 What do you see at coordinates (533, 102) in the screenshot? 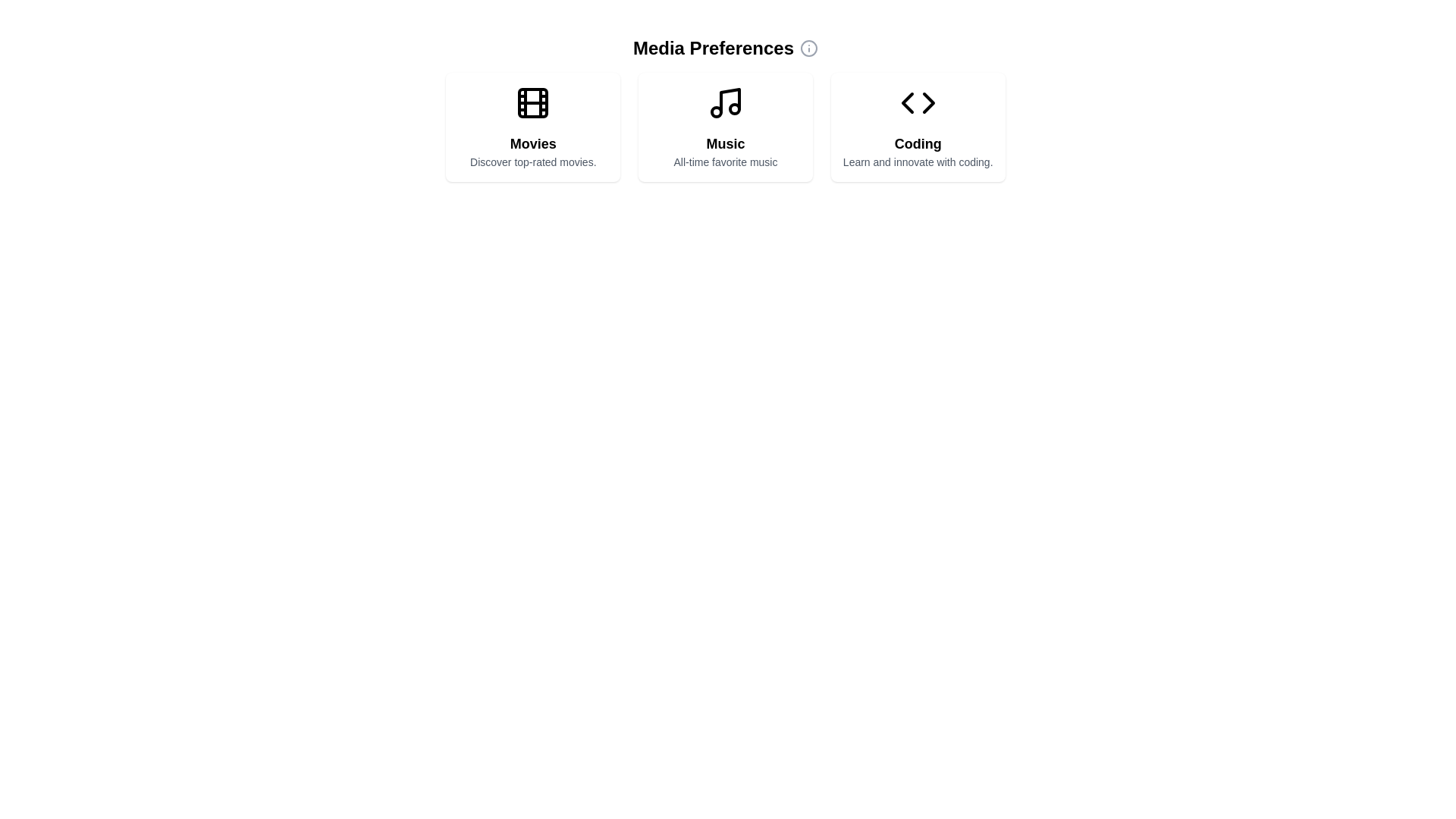
I see `the movie category icon located at the top-center of the white card labeled 'Movies', which is the first of three horizontally arranged items in the 'Media Preferences' section` at bounding box center [533, 102].